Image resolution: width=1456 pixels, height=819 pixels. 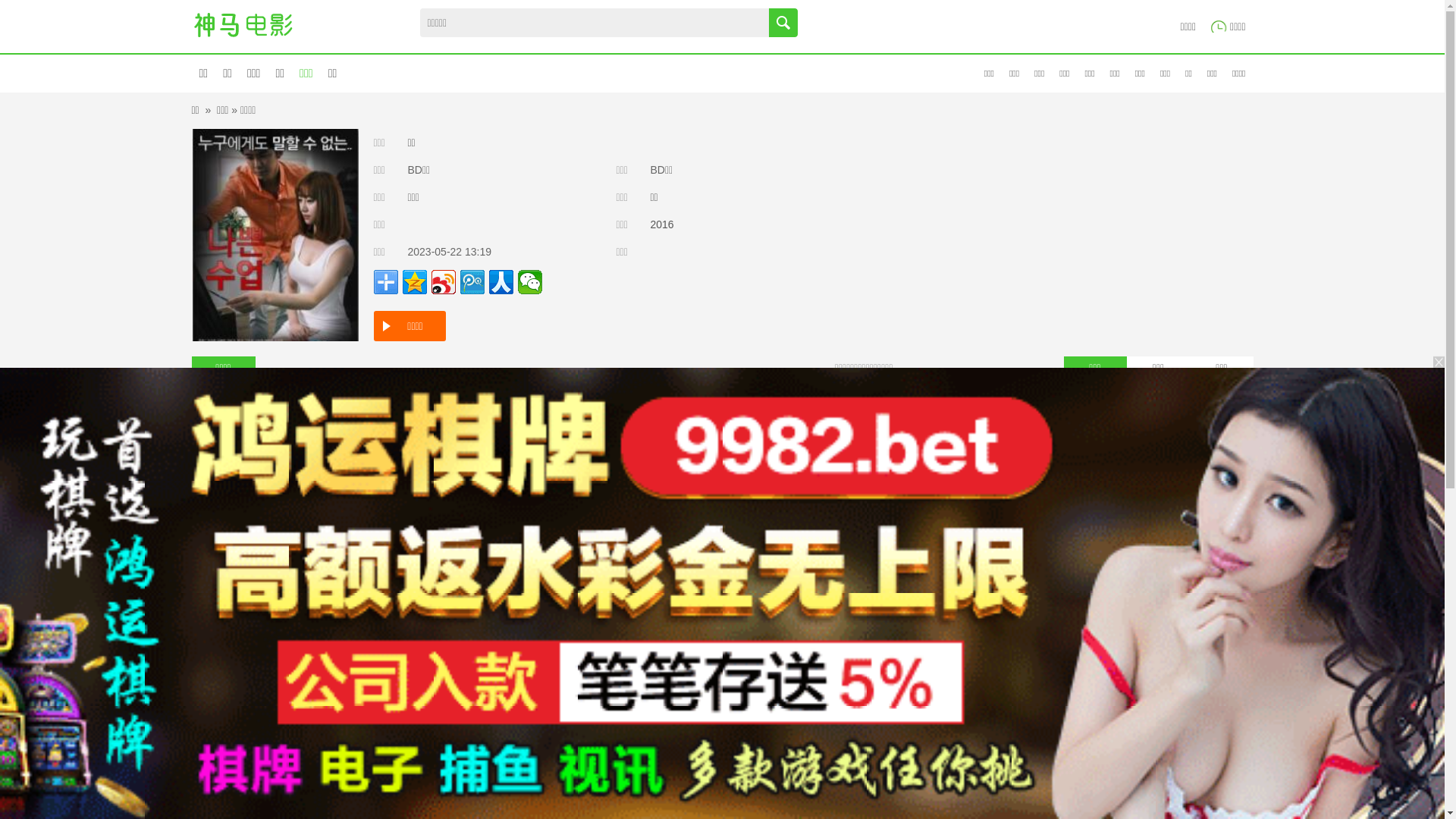 I want to click on '2016', so click(x=651, y=224).